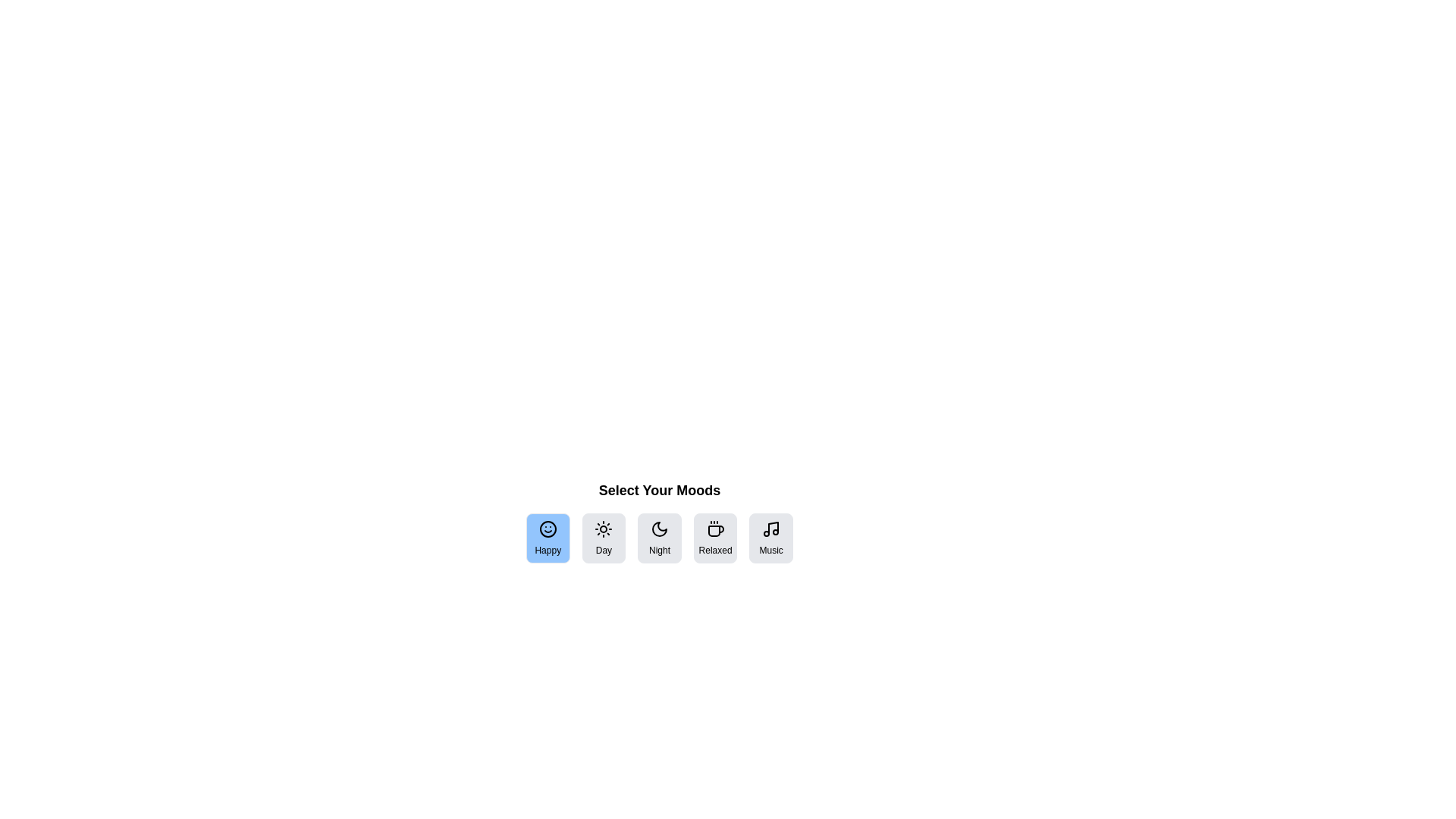  I want to click on the 'Music' button, which is a rectangular button with rounded corners and a music note icon, so click(771, 537).